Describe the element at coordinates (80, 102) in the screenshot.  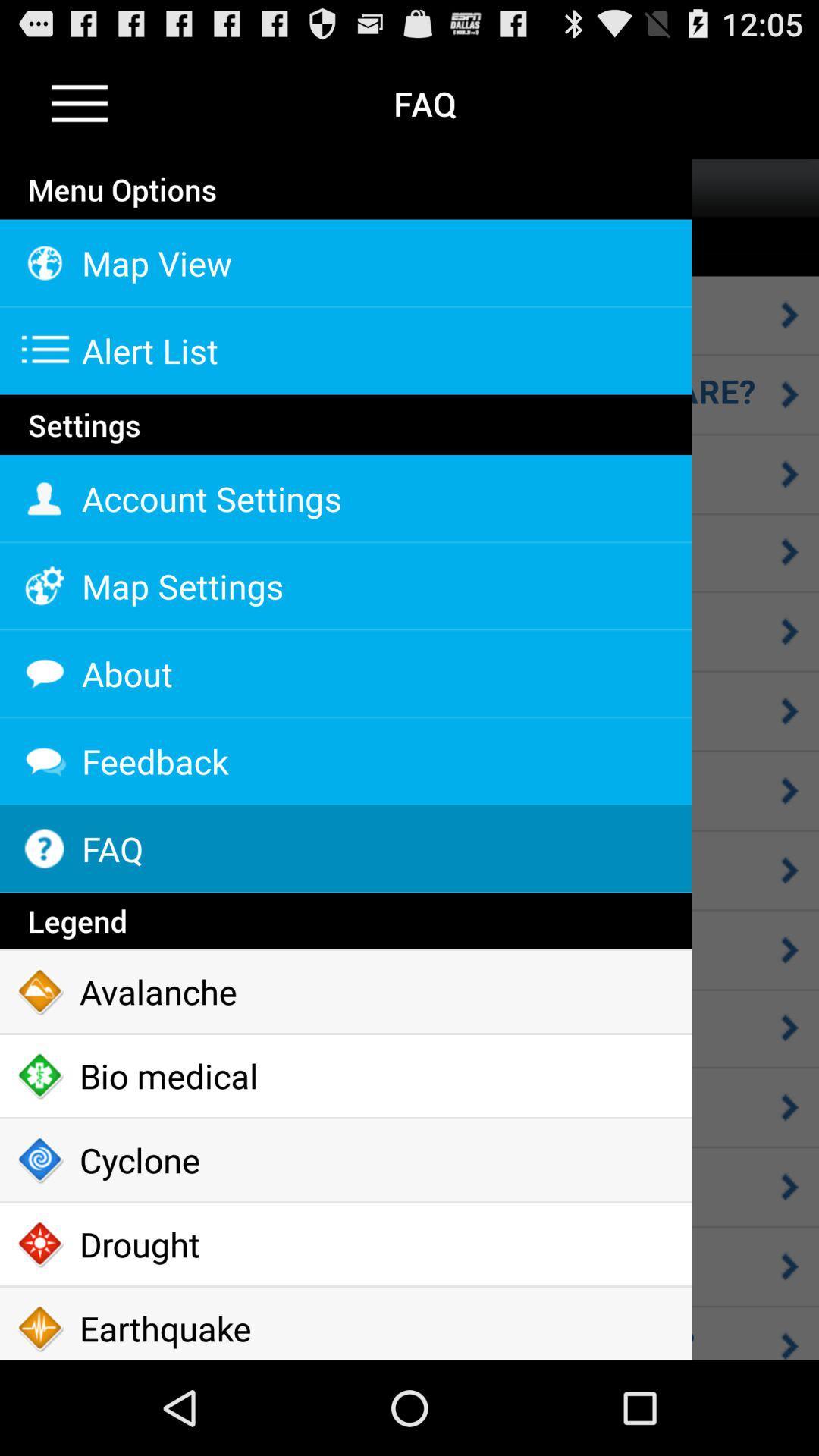
I see `menu options button` at that location.